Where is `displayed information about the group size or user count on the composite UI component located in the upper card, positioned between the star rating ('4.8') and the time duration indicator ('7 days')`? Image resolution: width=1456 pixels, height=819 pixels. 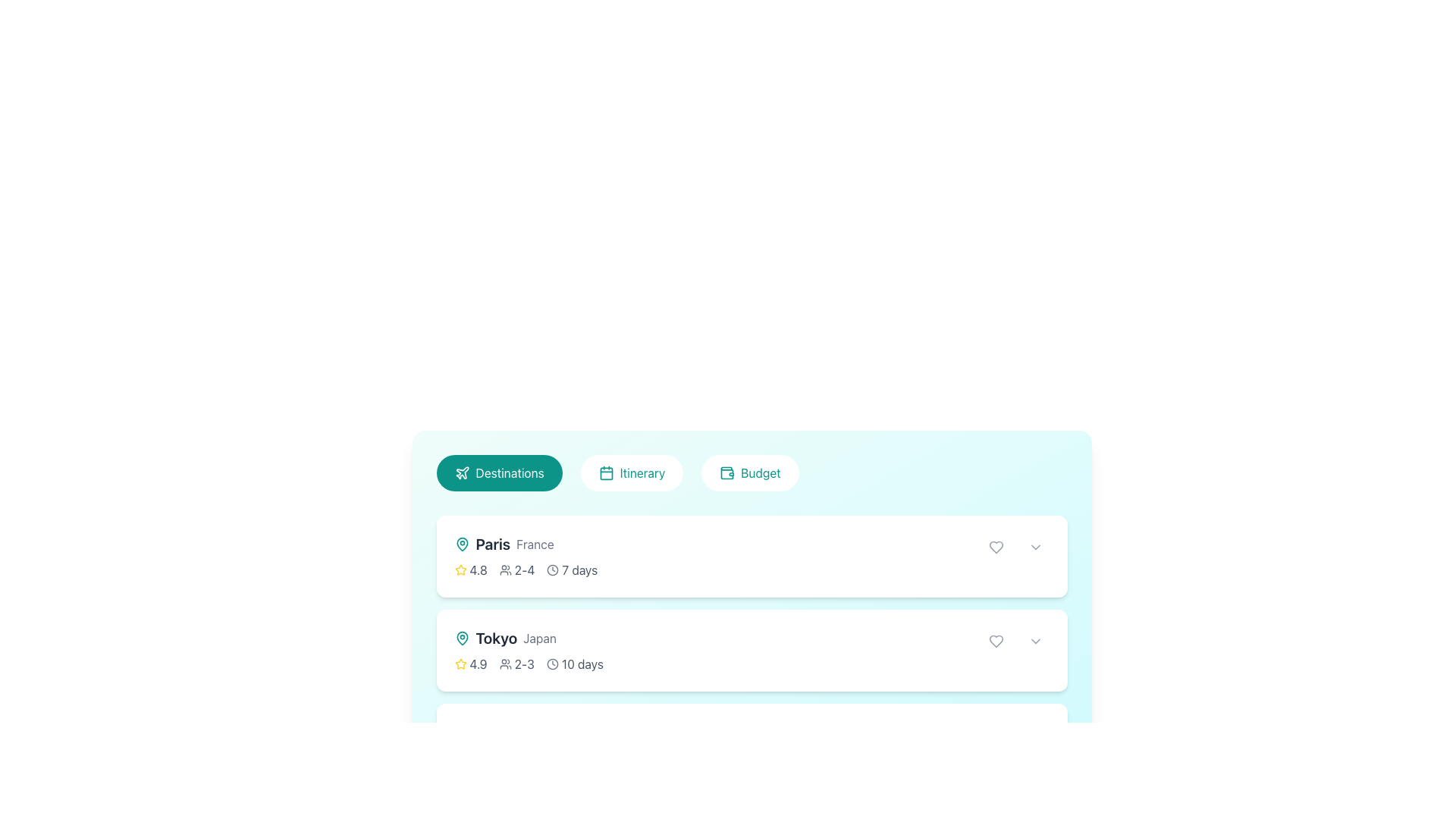
displayed information about the group size or user count on the composite UI component located in the upper card, positioned between the star rating ('4.8') and the time duration indicator ('7 days') is located at coordinates (516, 570).